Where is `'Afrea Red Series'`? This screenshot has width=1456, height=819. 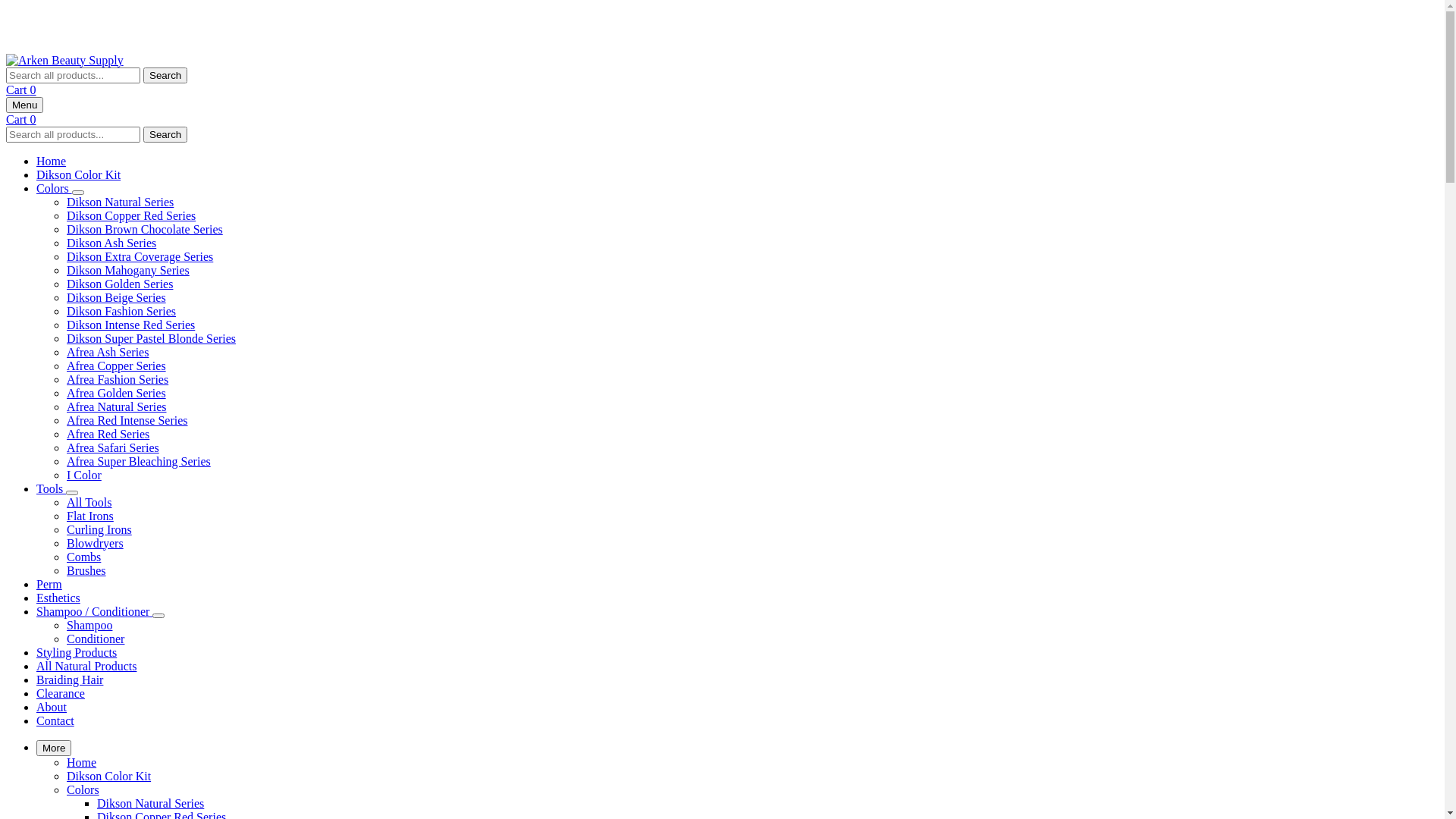 'Afrea Red Series' is located at coordinates (107, 434).